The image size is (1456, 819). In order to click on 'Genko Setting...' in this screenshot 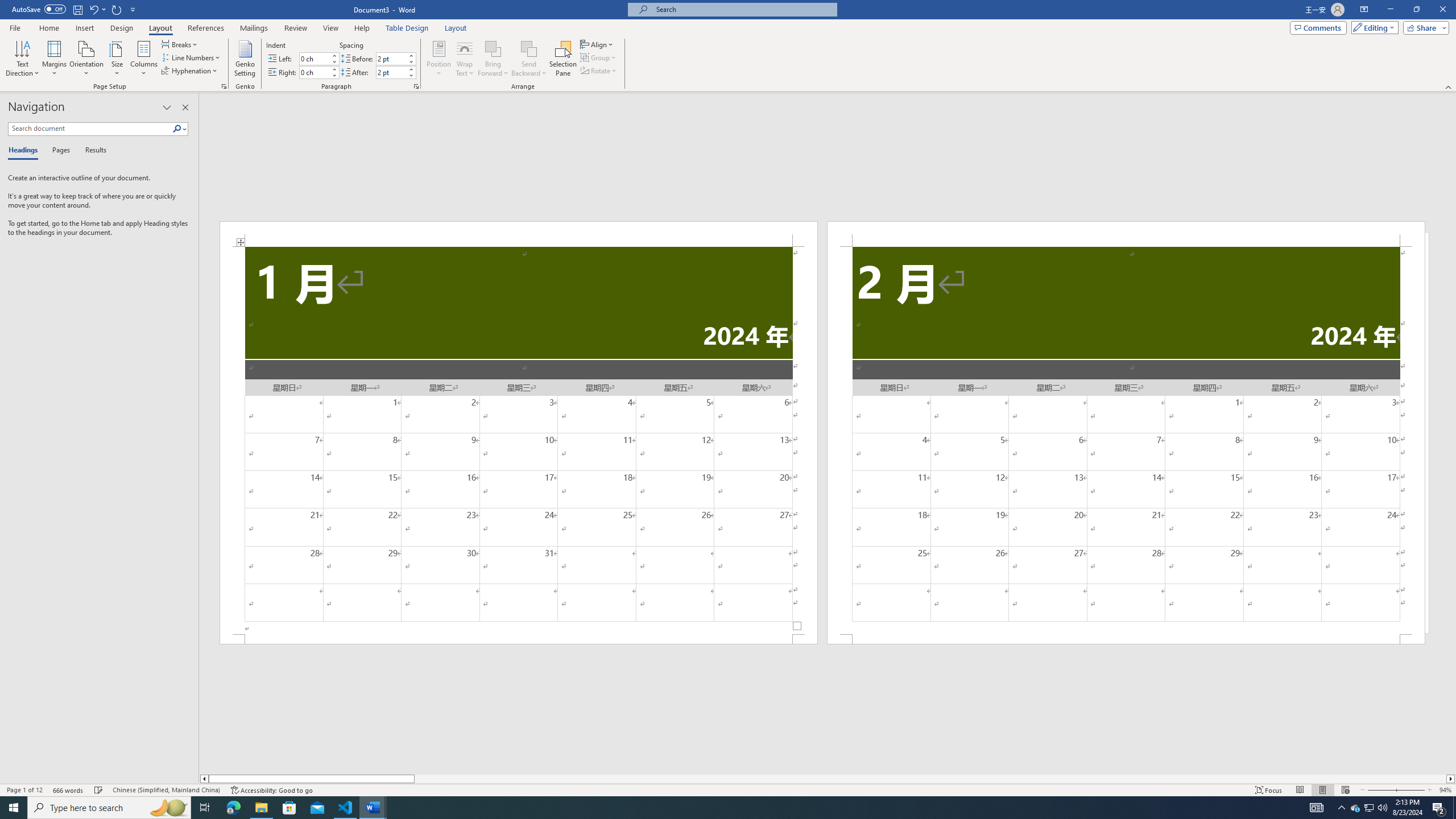, I will do `click(245, 59)`.